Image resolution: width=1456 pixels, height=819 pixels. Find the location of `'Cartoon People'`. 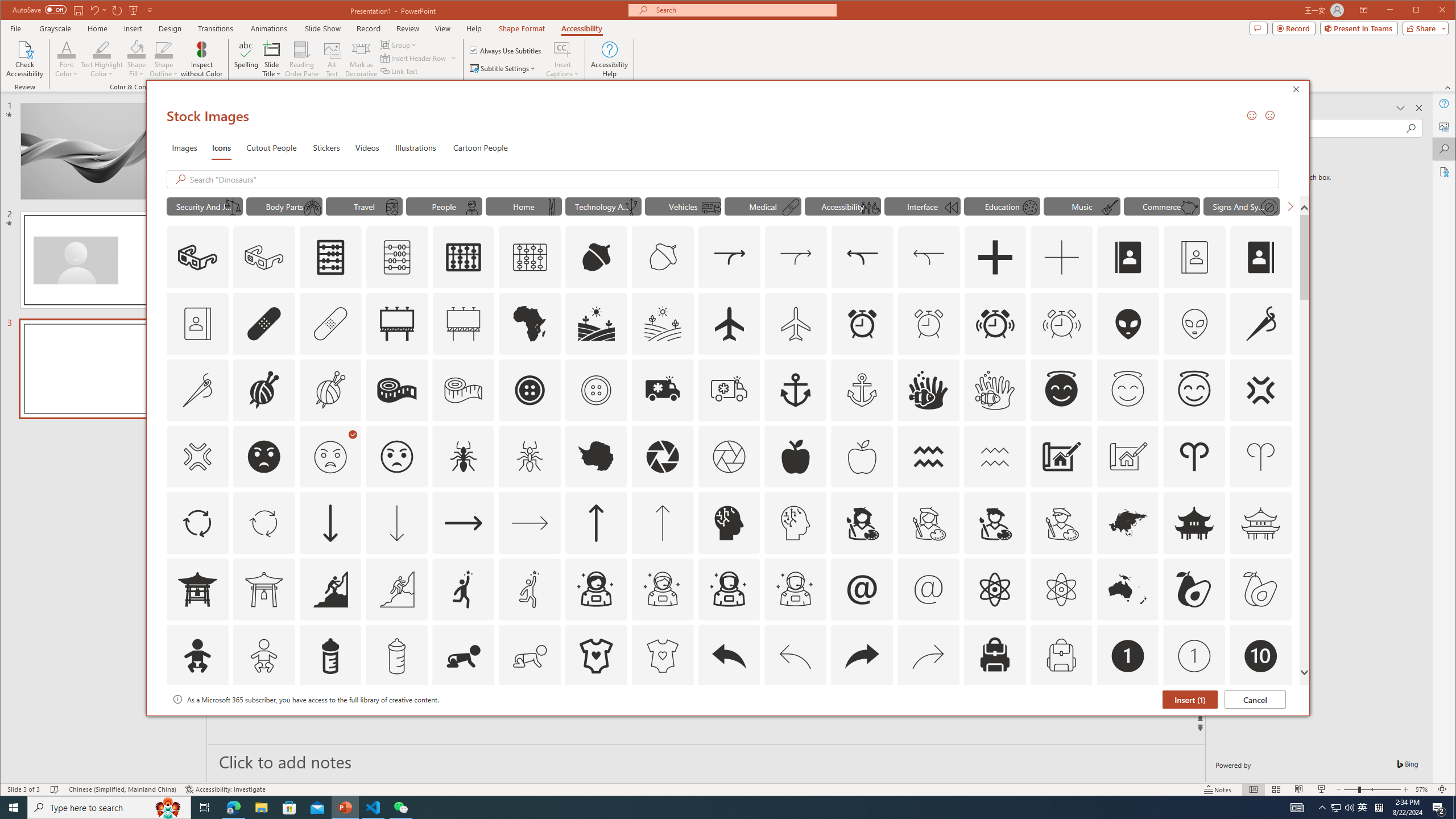

'Cartoon People' is located at coordinates (479, 147).